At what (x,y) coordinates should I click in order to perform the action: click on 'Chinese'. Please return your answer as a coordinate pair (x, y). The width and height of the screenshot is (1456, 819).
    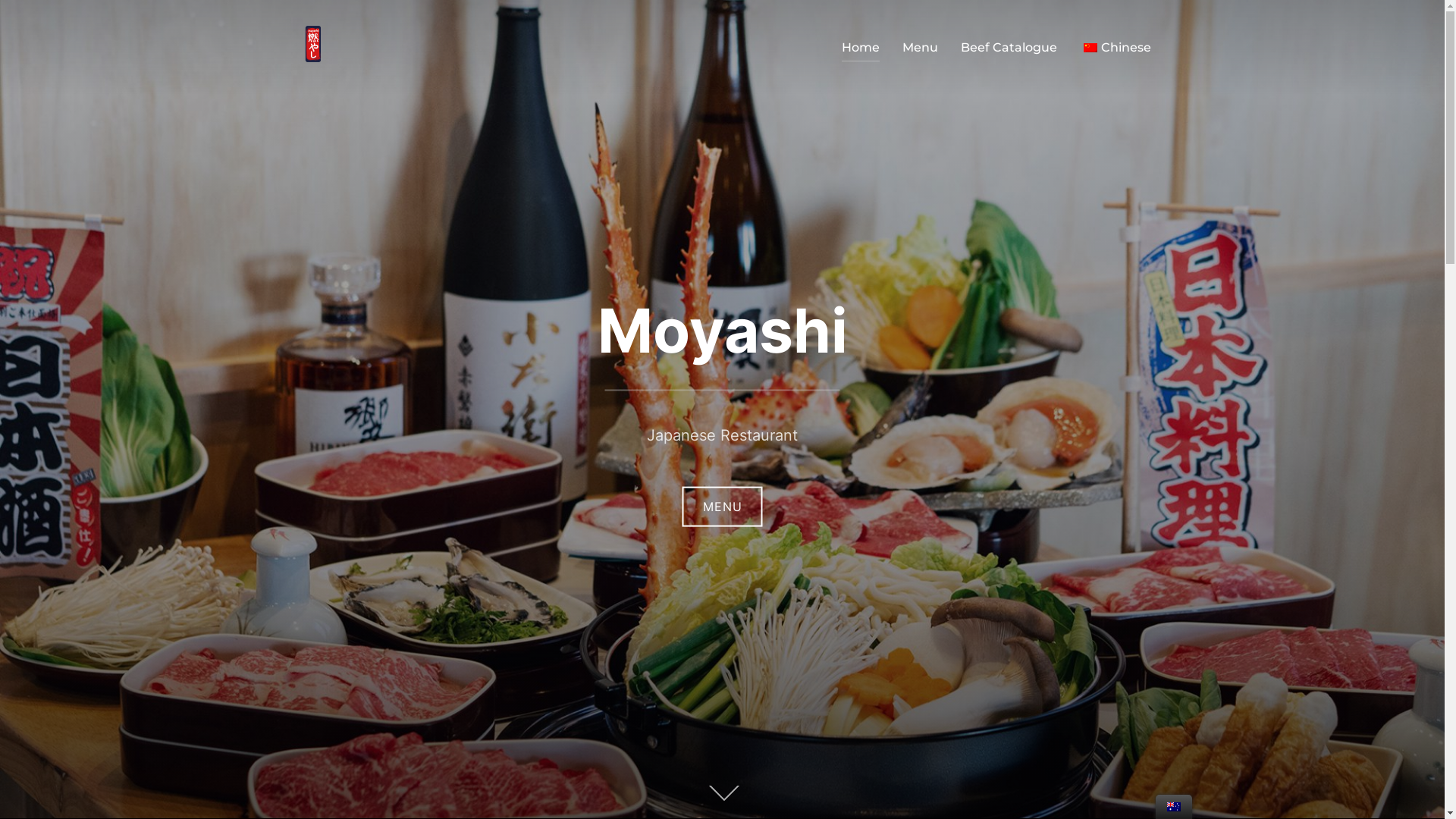
    Looking at the image, I should click on (1079, 46).